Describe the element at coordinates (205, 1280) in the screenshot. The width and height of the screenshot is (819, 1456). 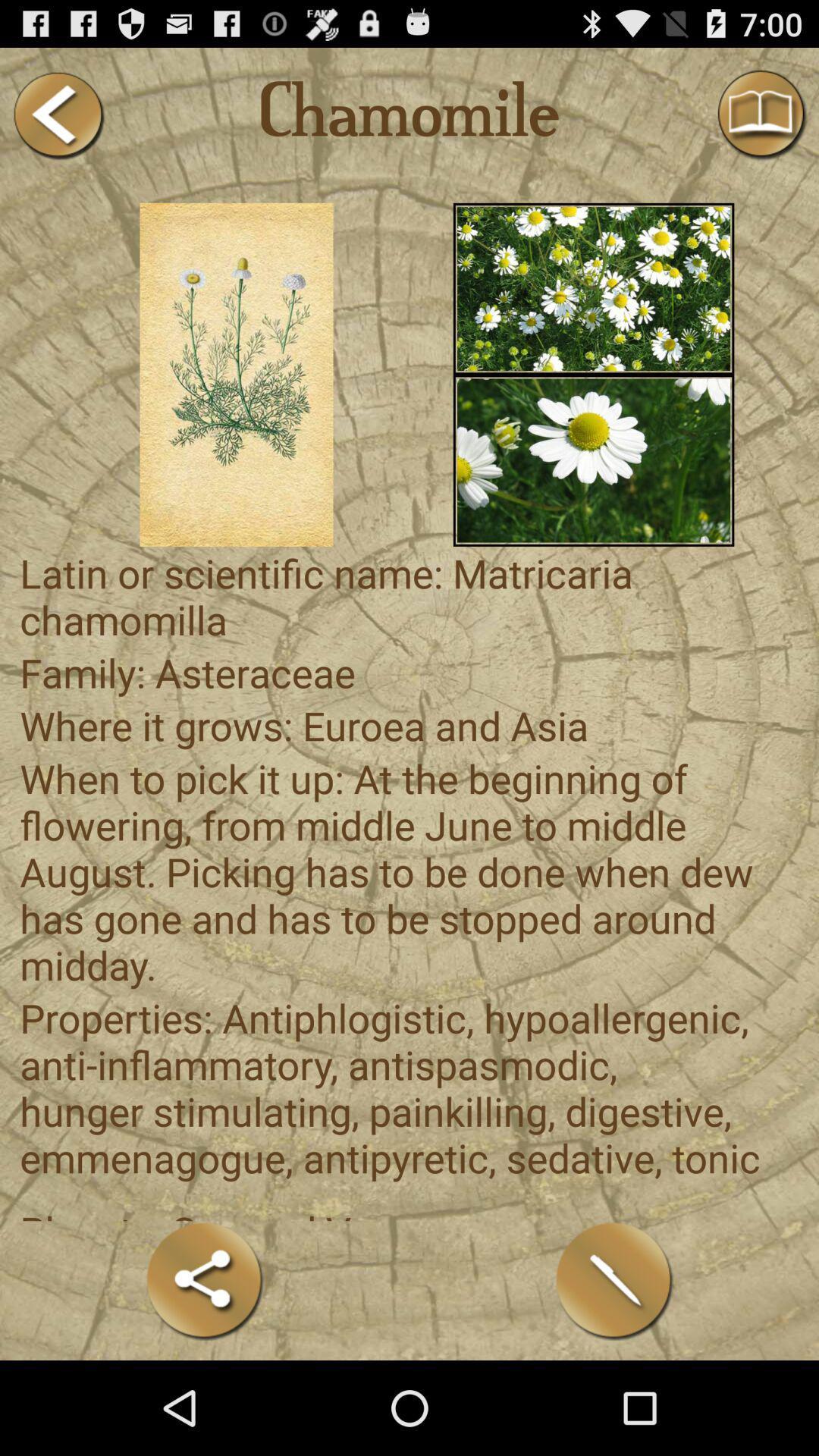
I see `share the other website` at that location.